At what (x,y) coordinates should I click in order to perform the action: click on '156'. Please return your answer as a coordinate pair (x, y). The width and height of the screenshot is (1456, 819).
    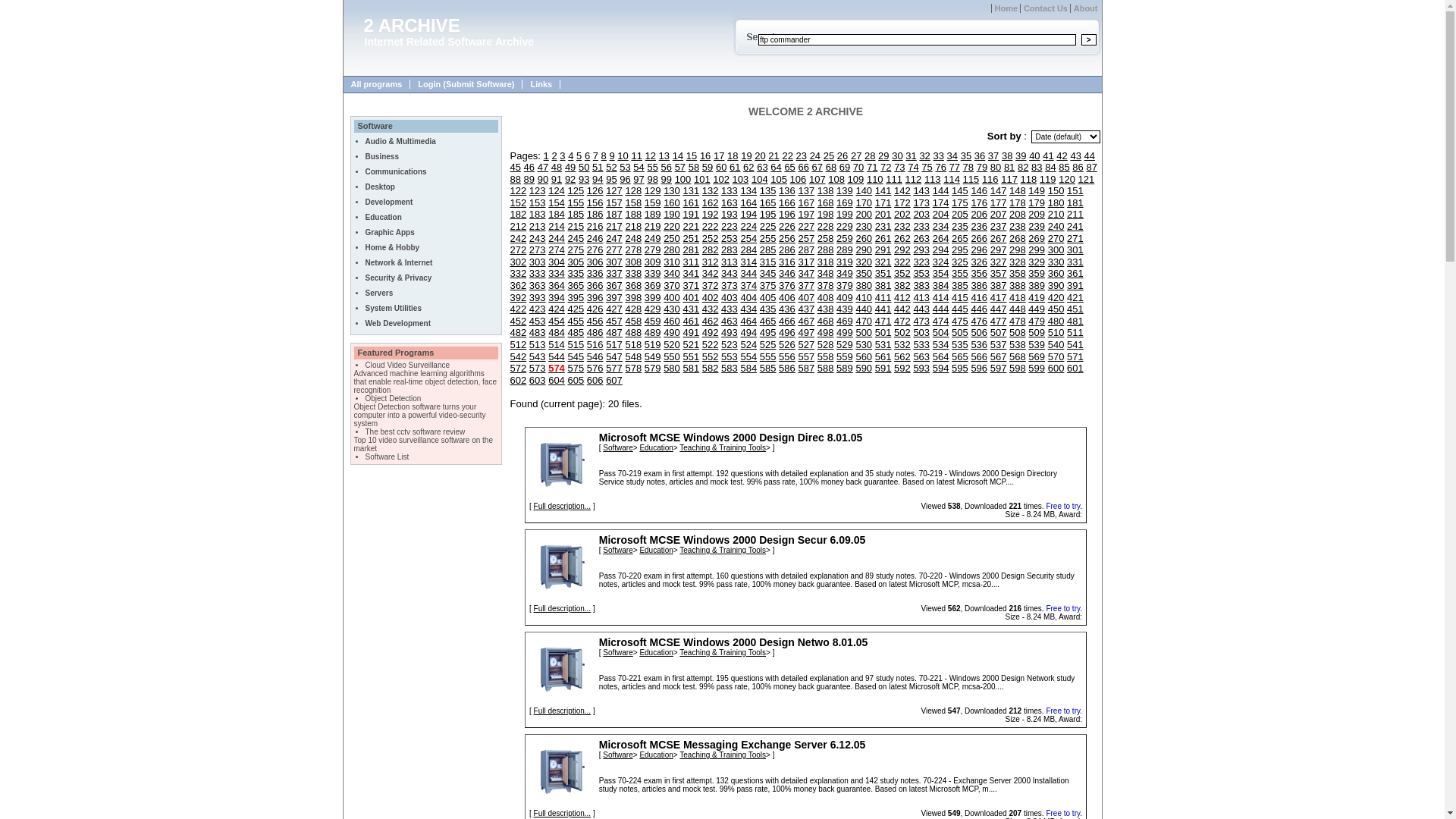
    Looking at the image, I should click on (585, 202).